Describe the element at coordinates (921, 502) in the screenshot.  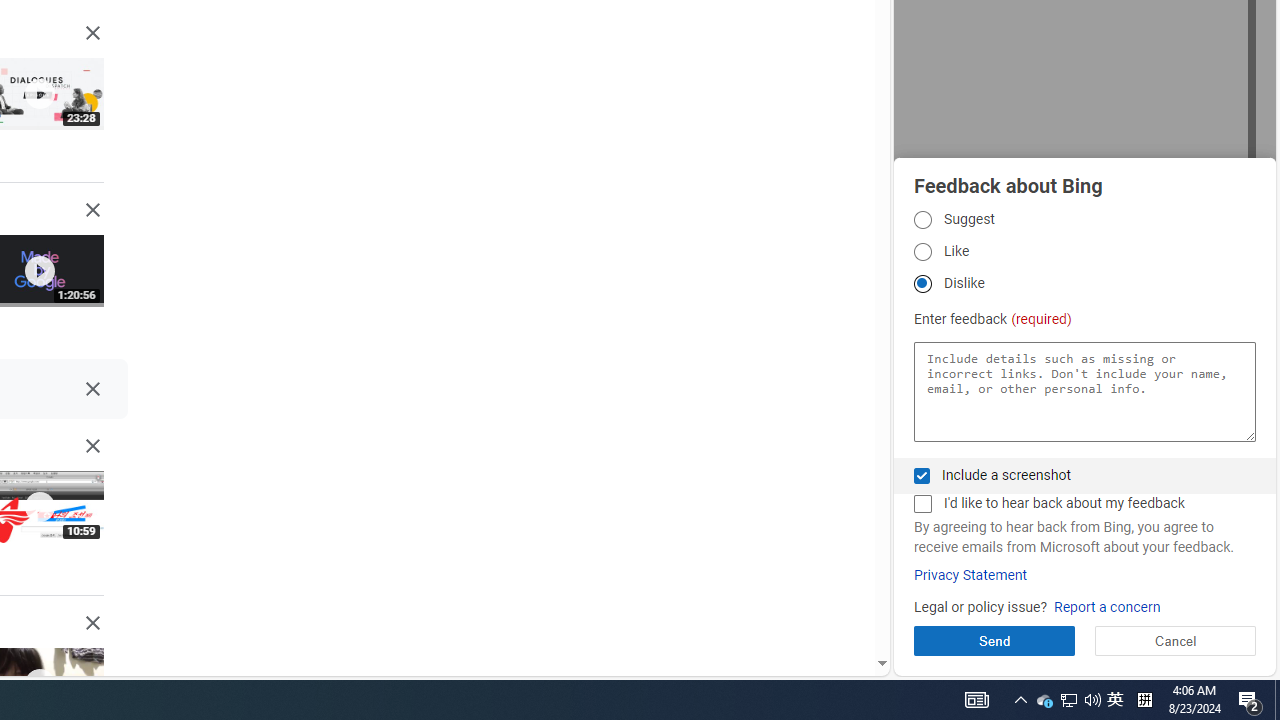
I see `'AutomationID: fbpgdgcmchk'` at that location.